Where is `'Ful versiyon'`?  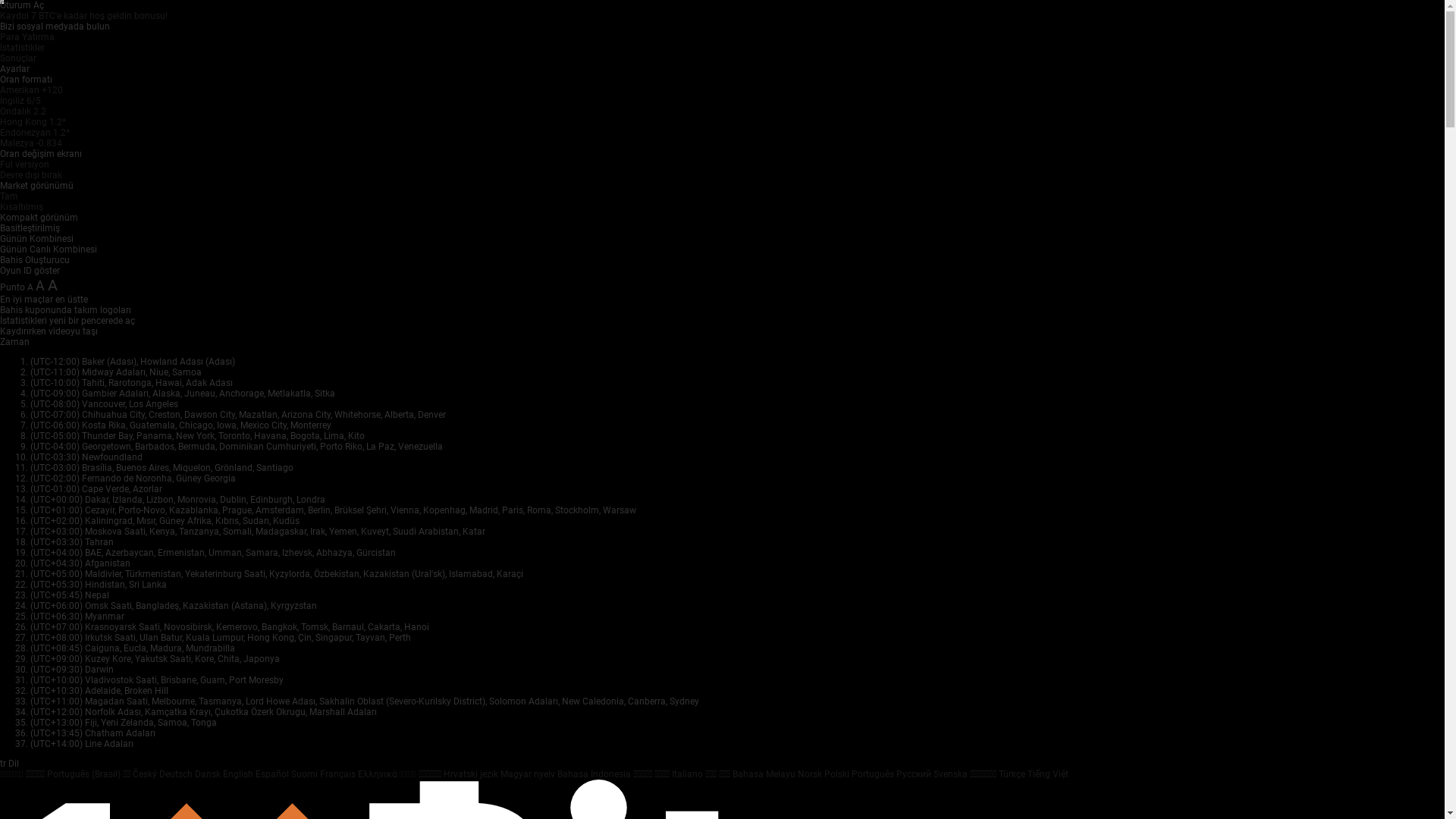 'Ful versiyon' is located at coordinates (24, 164).